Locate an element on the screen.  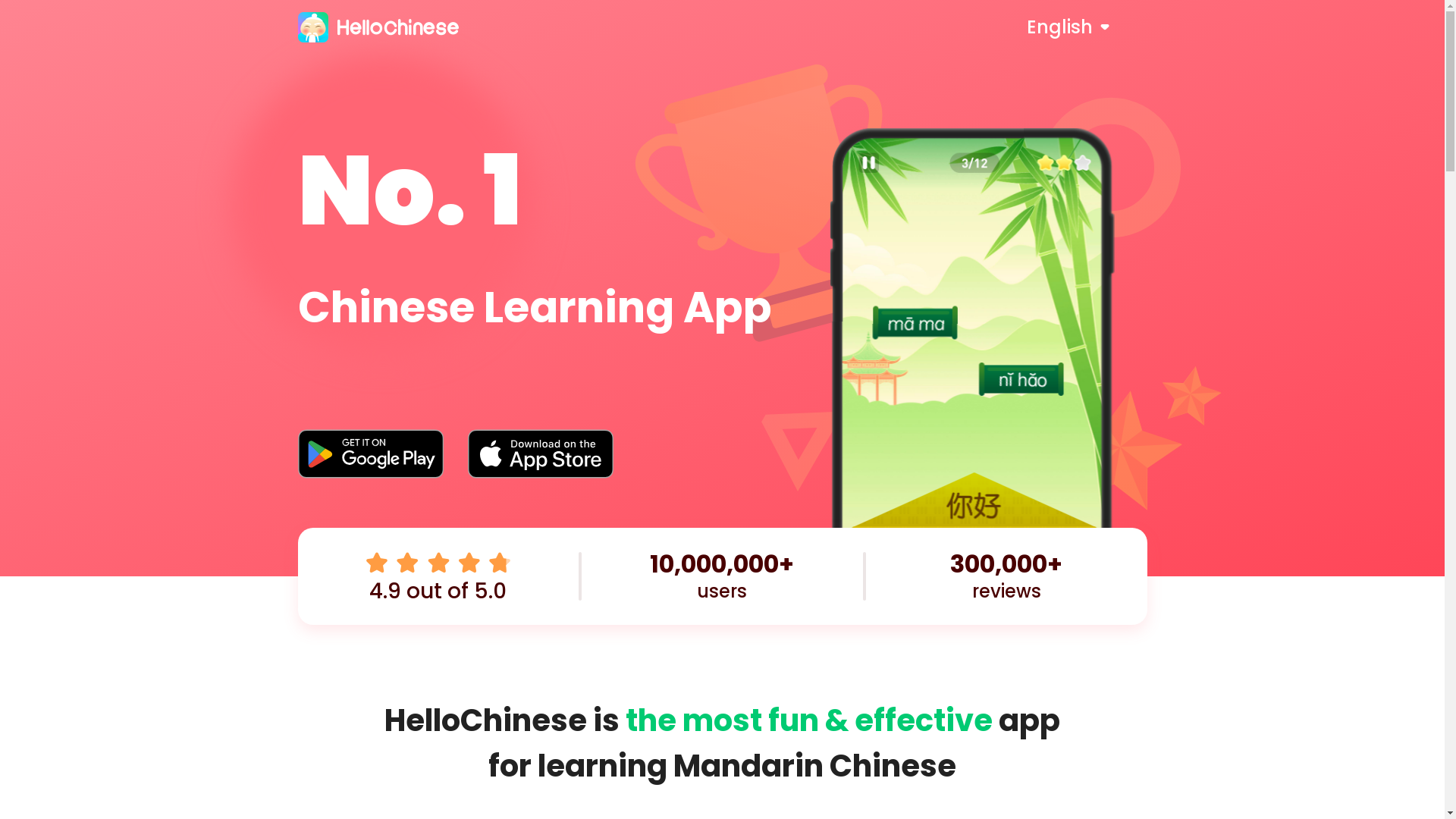
'English' is located at coordinates (1086, 27).